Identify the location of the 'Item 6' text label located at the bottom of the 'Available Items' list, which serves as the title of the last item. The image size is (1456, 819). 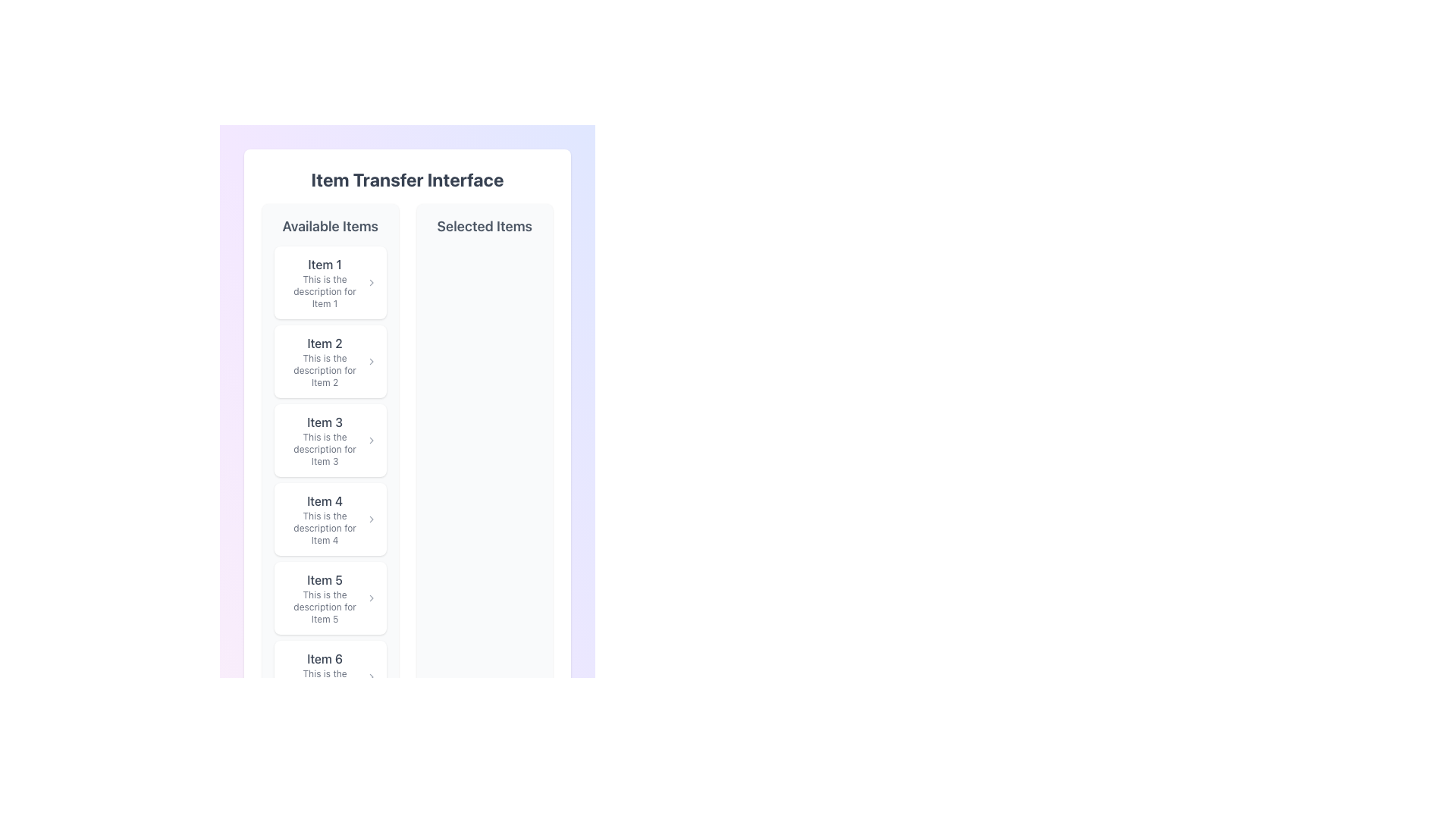
(324, 657).